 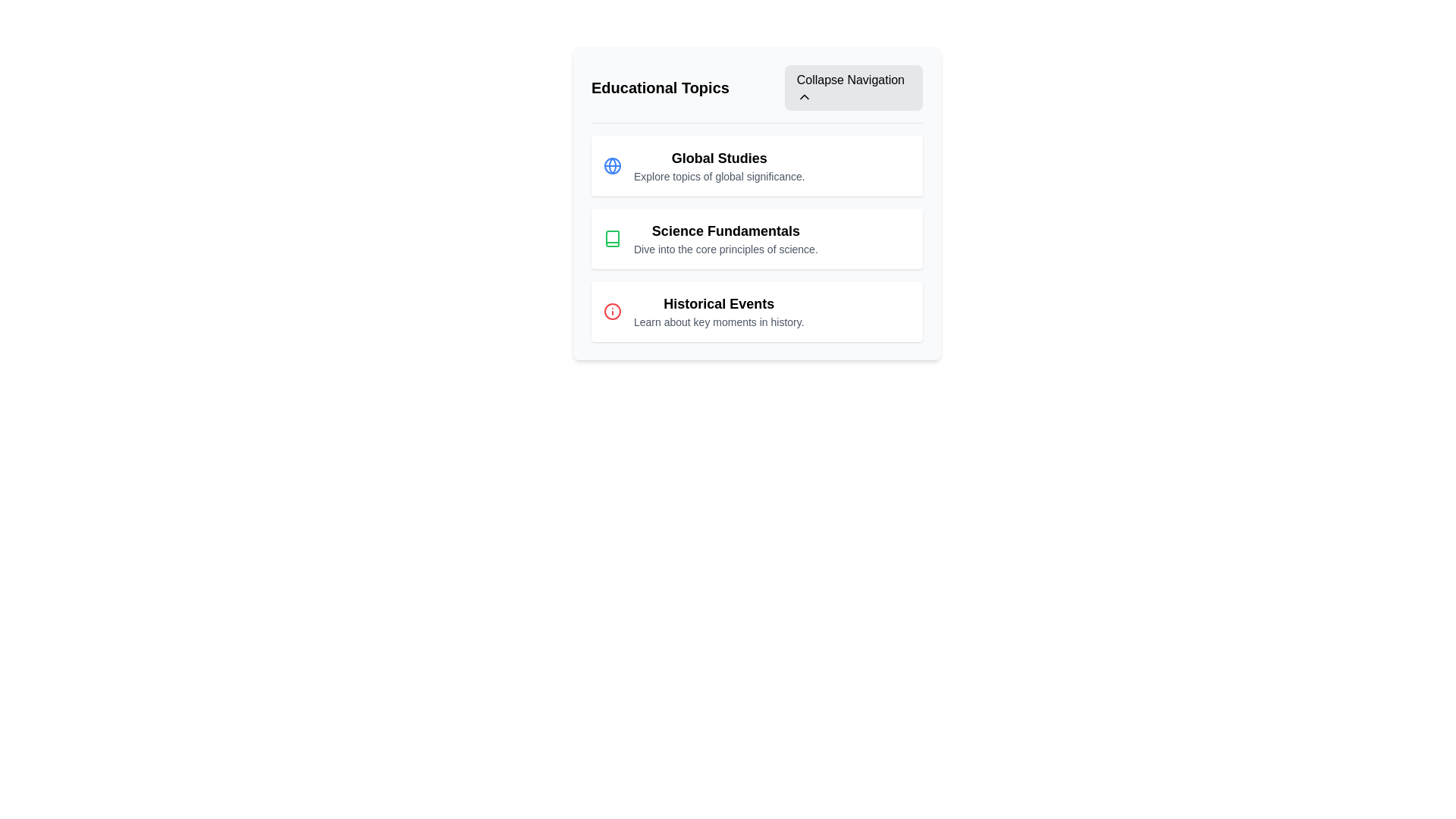 I want to click on the Circle element in the SVG graphic that indicates information related to 'Historical Events', so click(x=612, y=311).